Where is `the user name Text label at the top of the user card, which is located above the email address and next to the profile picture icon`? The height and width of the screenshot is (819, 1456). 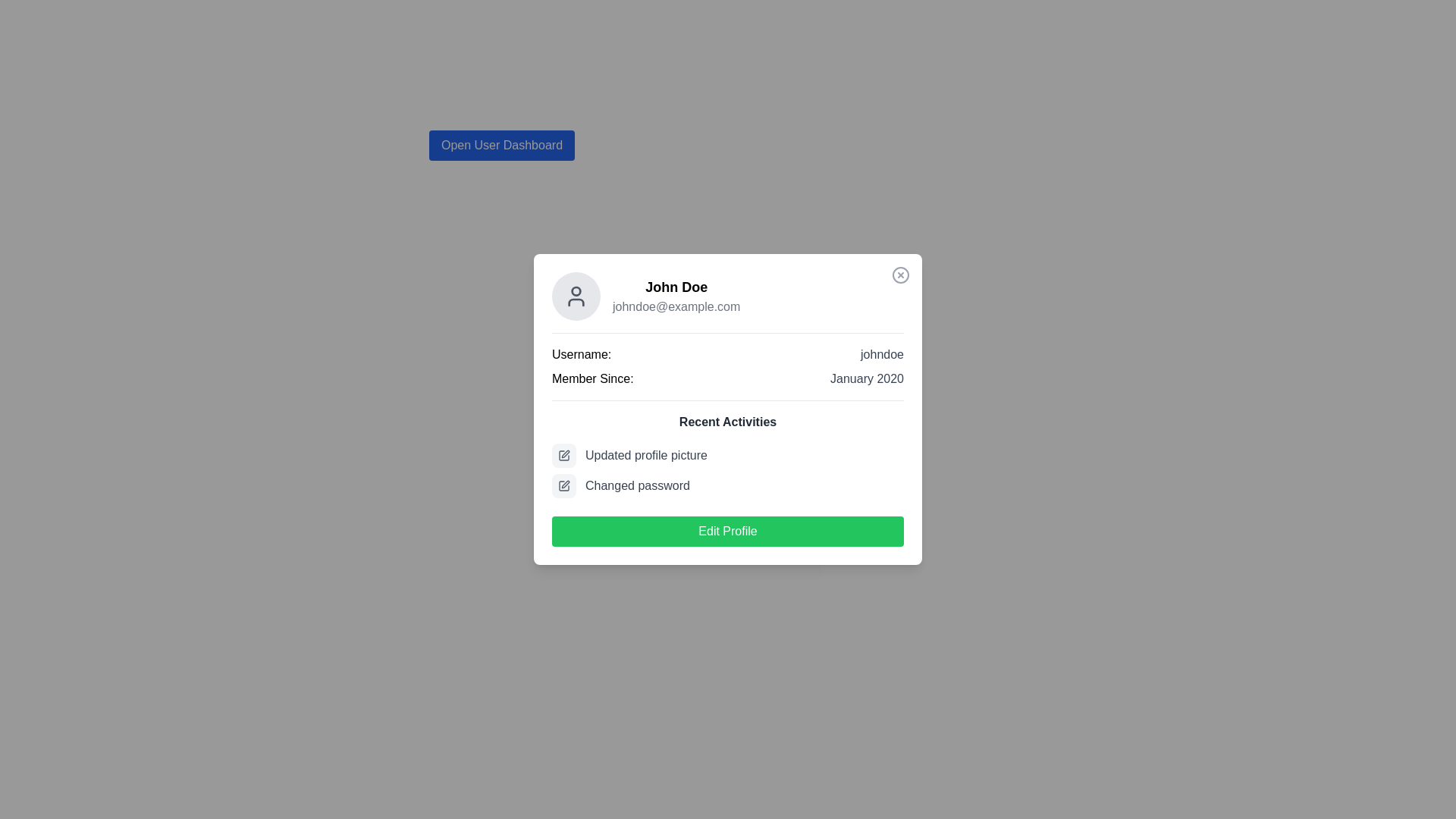 the user name Text label at the top of the user card, which is located above the email address and next to the profile picture icon is located at coordinates (676, 287).